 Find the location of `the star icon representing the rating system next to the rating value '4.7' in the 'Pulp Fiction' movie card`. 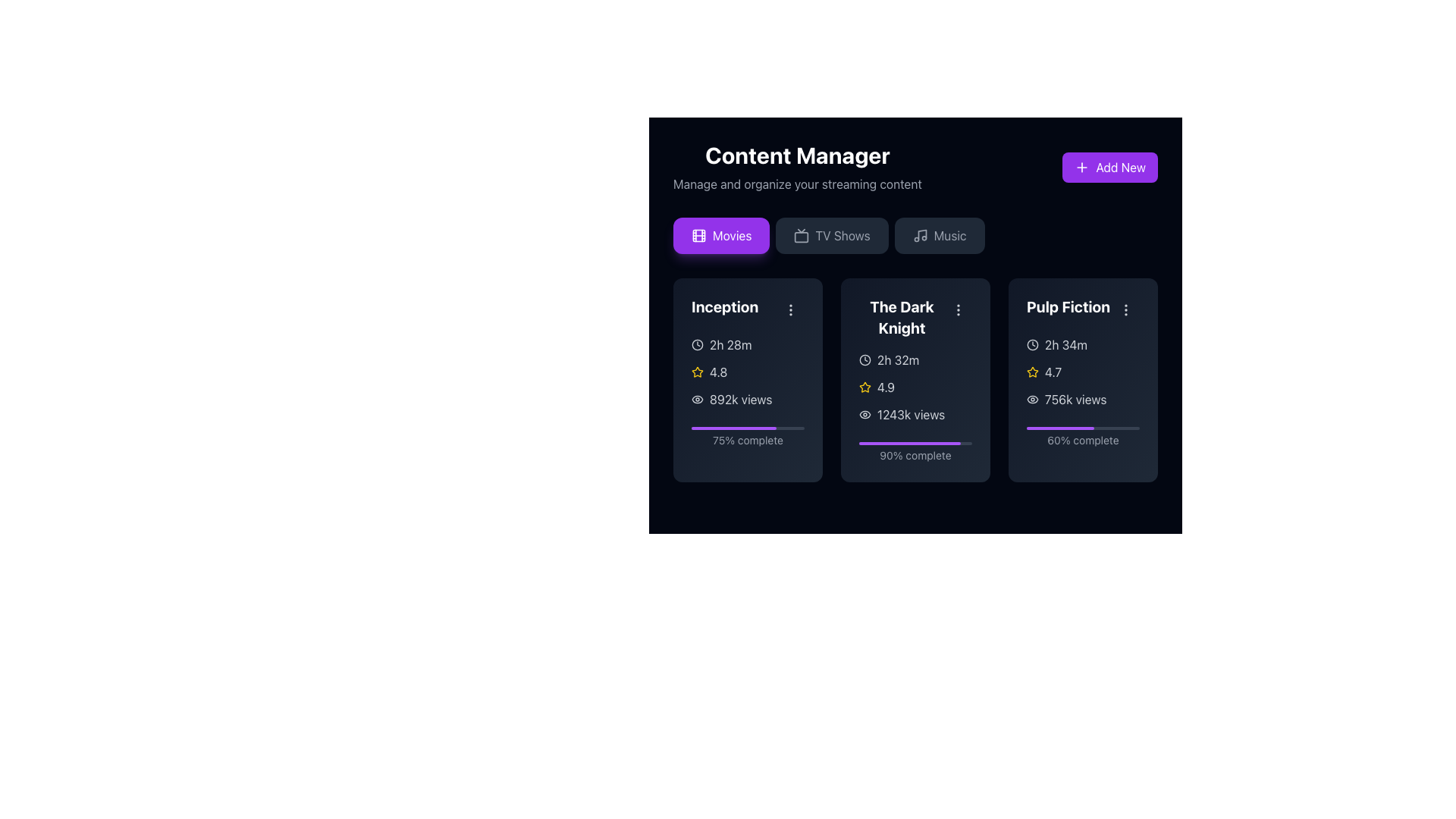

the star icon representing the rating system next to the rating value '4.7' in the 'Pulp Fiction' movie card is located at coordinates (1032, 372).